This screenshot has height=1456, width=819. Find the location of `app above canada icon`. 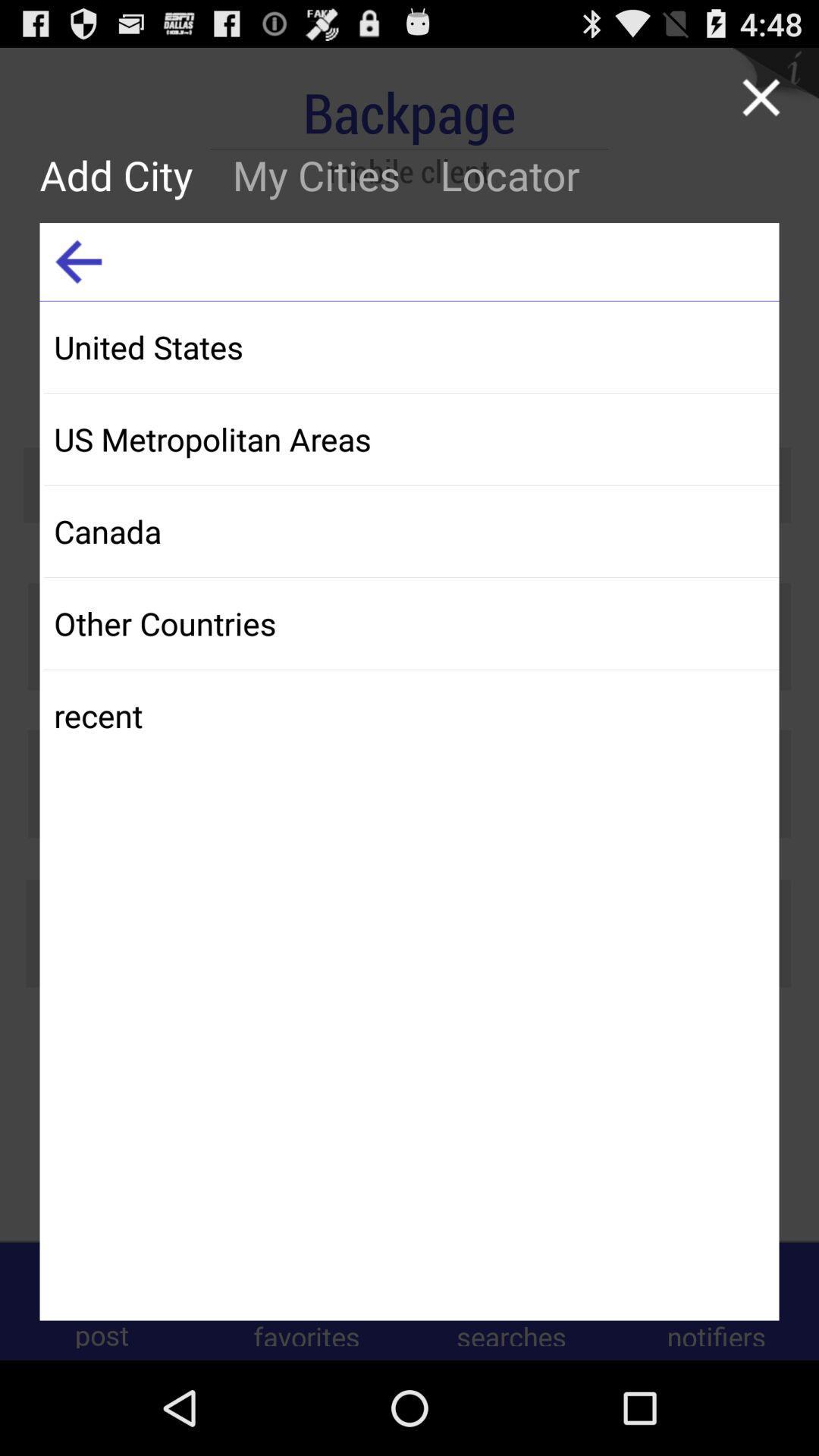

app above canada icon is located at coordinates (411, 438).